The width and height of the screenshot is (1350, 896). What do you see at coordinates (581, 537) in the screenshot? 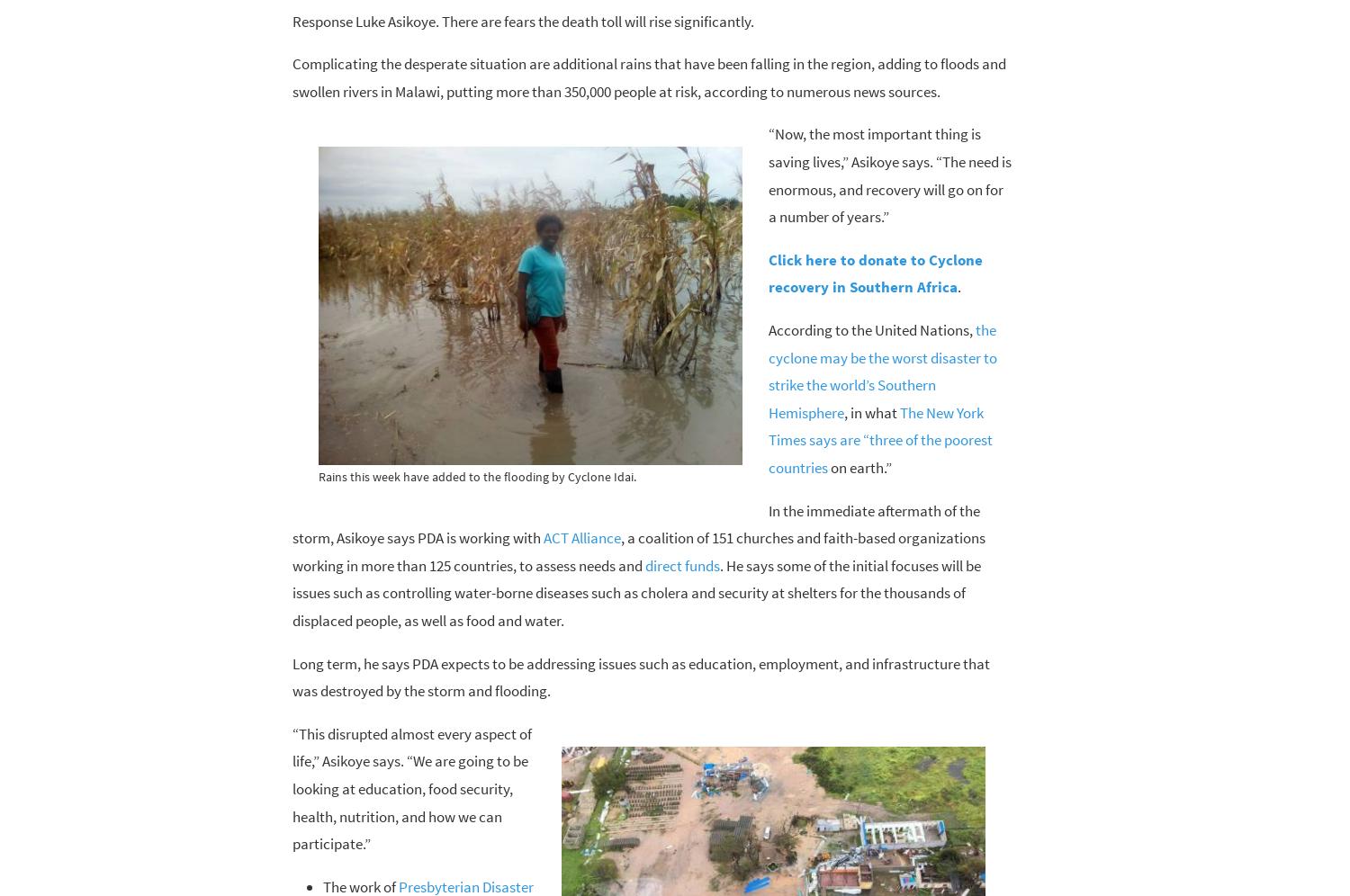
I see `'ACT Alliance'` at bounding box center [581, 537].